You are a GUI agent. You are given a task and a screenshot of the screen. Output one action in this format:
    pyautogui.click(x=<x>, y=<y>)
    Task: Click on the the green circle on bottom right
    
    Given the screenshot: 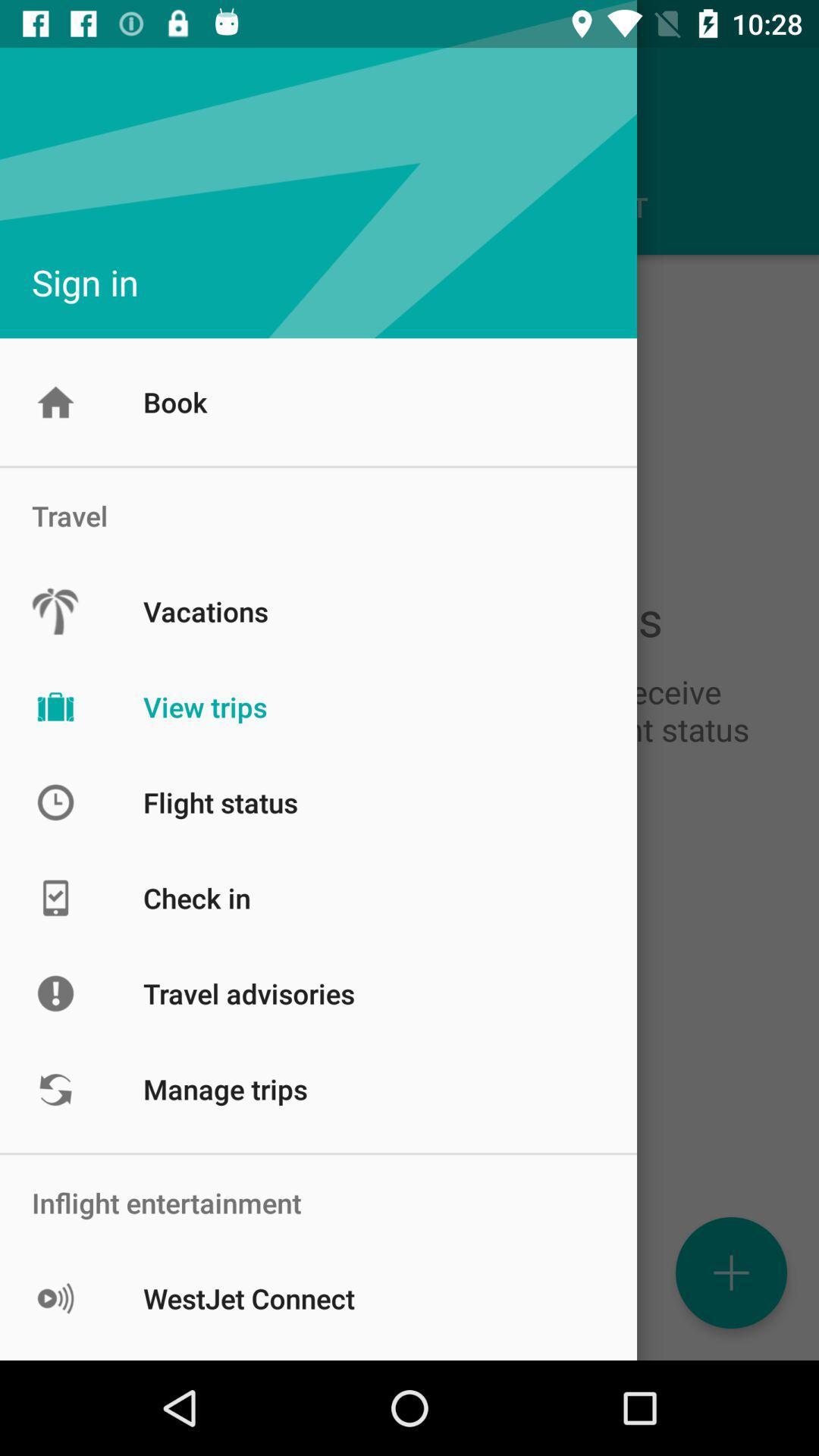 What is the action you would take?
    pyautogui.click(x=730, y=1272)
    